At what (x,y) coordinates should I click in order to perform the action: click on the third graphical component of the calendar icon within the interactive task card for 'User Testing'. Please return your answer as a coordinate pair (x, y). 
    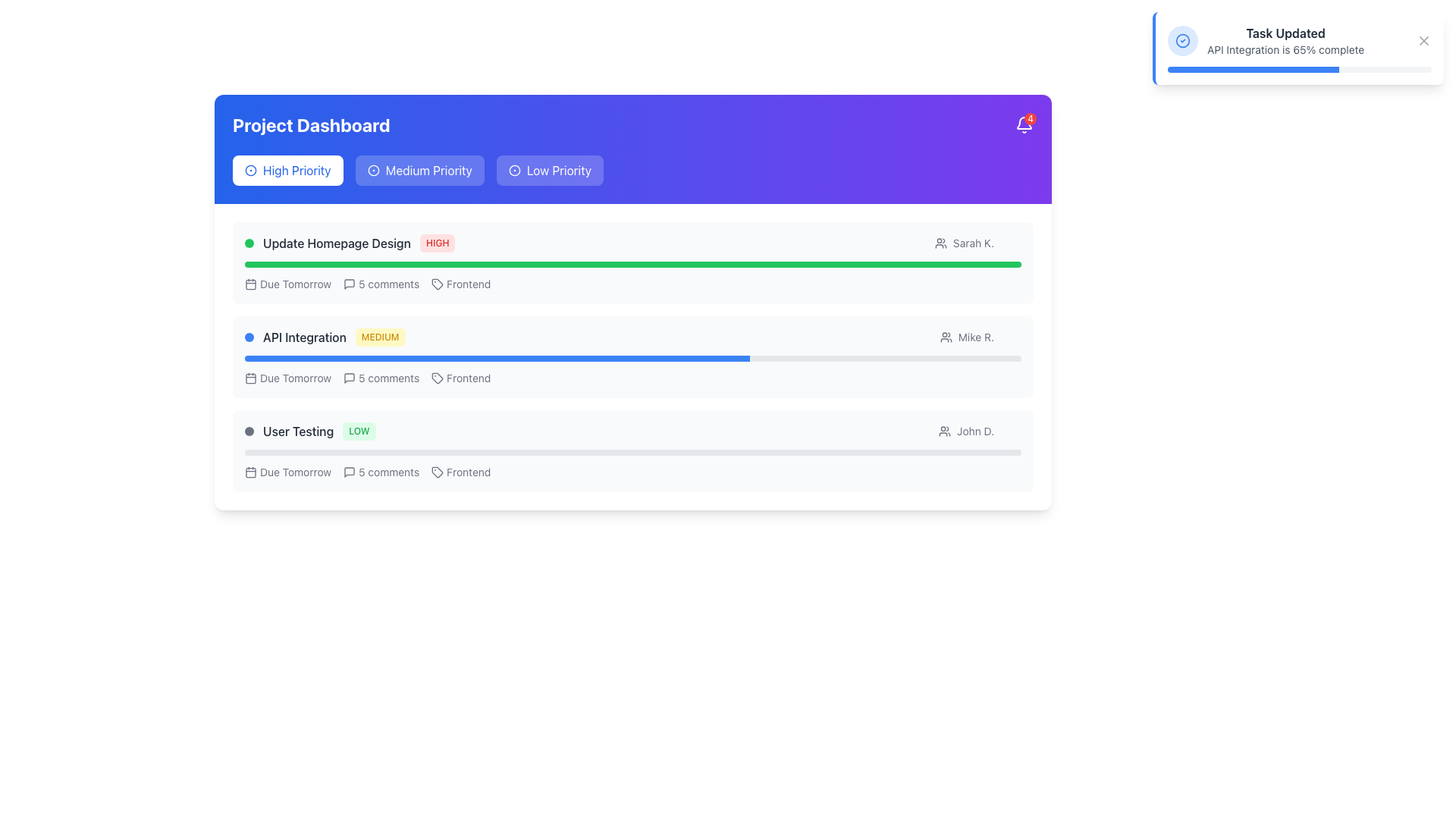
    Looking at the image, I should click on (251, 472).